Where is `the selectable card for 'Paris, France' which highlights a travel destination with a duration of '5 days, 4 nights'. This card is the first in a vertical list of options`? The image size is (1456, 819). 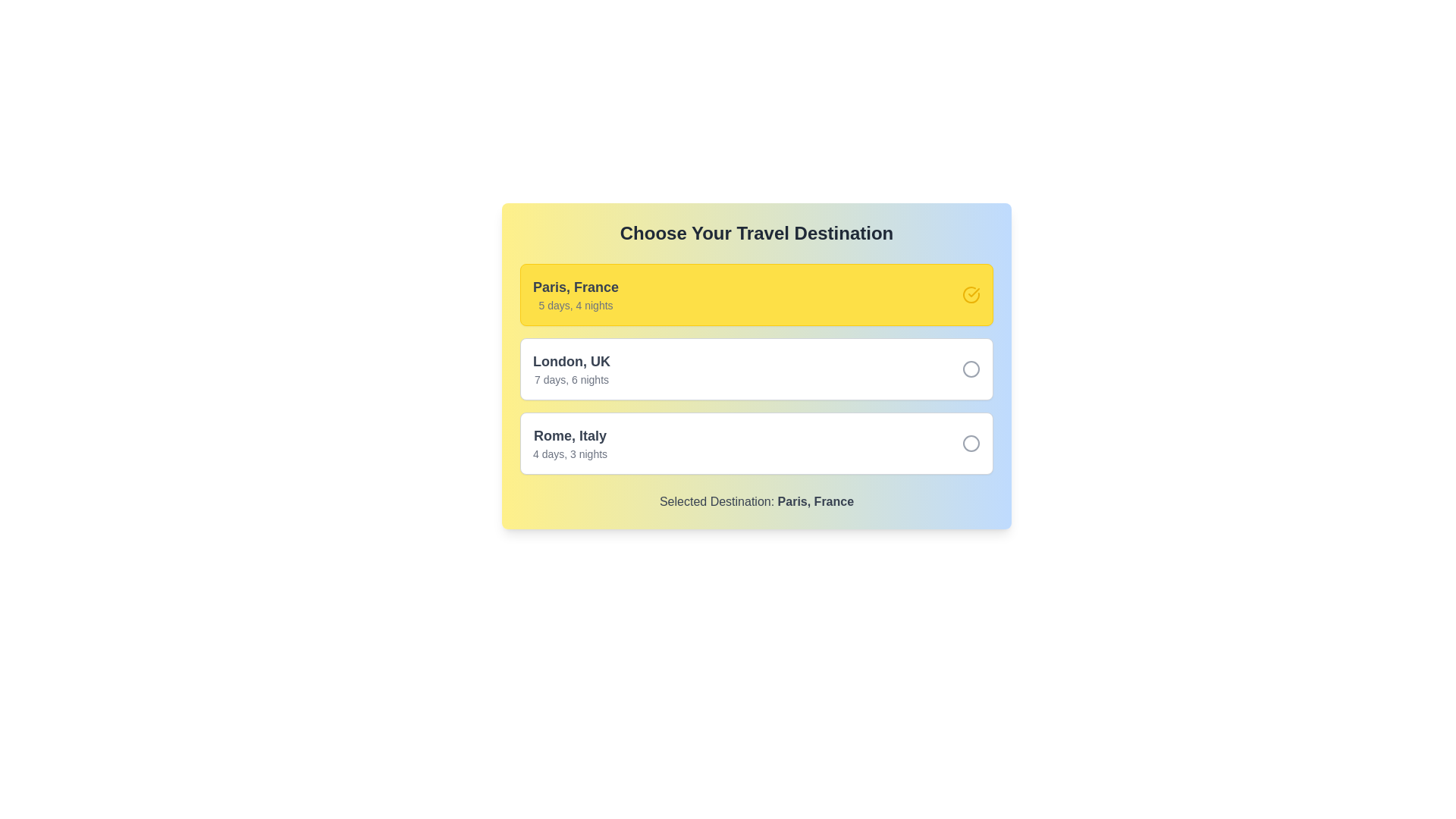
the selectable card for 'Paris, France' which highlights a travel destination with a duration of '5 days, 4 nights'. This card is the first in a vertical list of options is located at coordinates (757, 295).